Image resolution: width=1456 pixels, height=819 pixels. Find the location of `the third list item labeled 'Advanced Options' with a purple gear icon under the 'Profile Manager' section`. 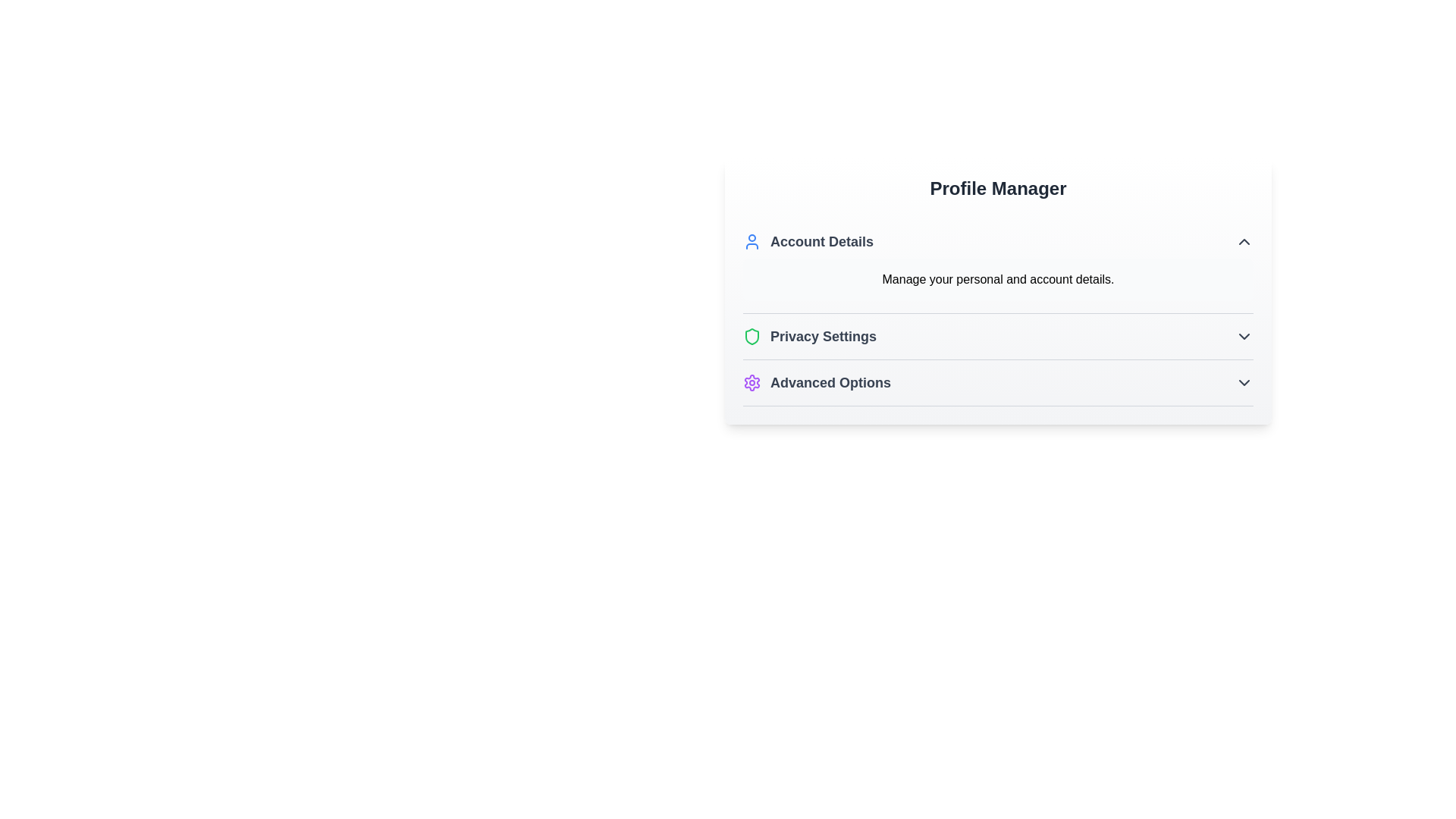

the third list item labeled 'Advanced Options' with a purple gear icon under the 'Profile Manager' section is located at coordinates (816, 382).